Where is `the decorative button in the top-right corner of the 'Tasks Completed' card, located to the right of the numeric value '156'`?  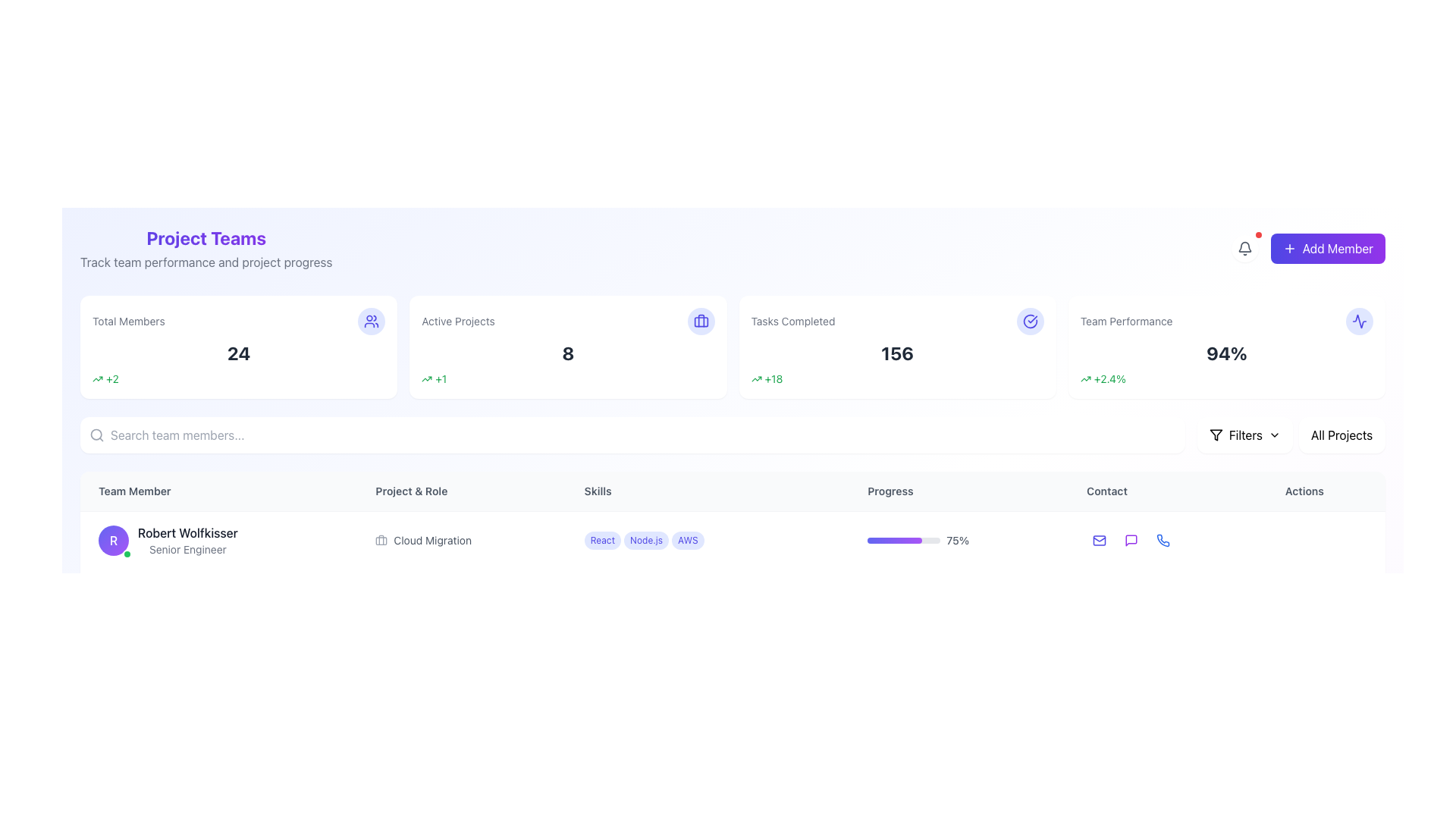 the decorative button in the top-right corner of the 'Tasks Completed' card, located to the right of the numeric value '156' is located at coordinates (1030, 321).